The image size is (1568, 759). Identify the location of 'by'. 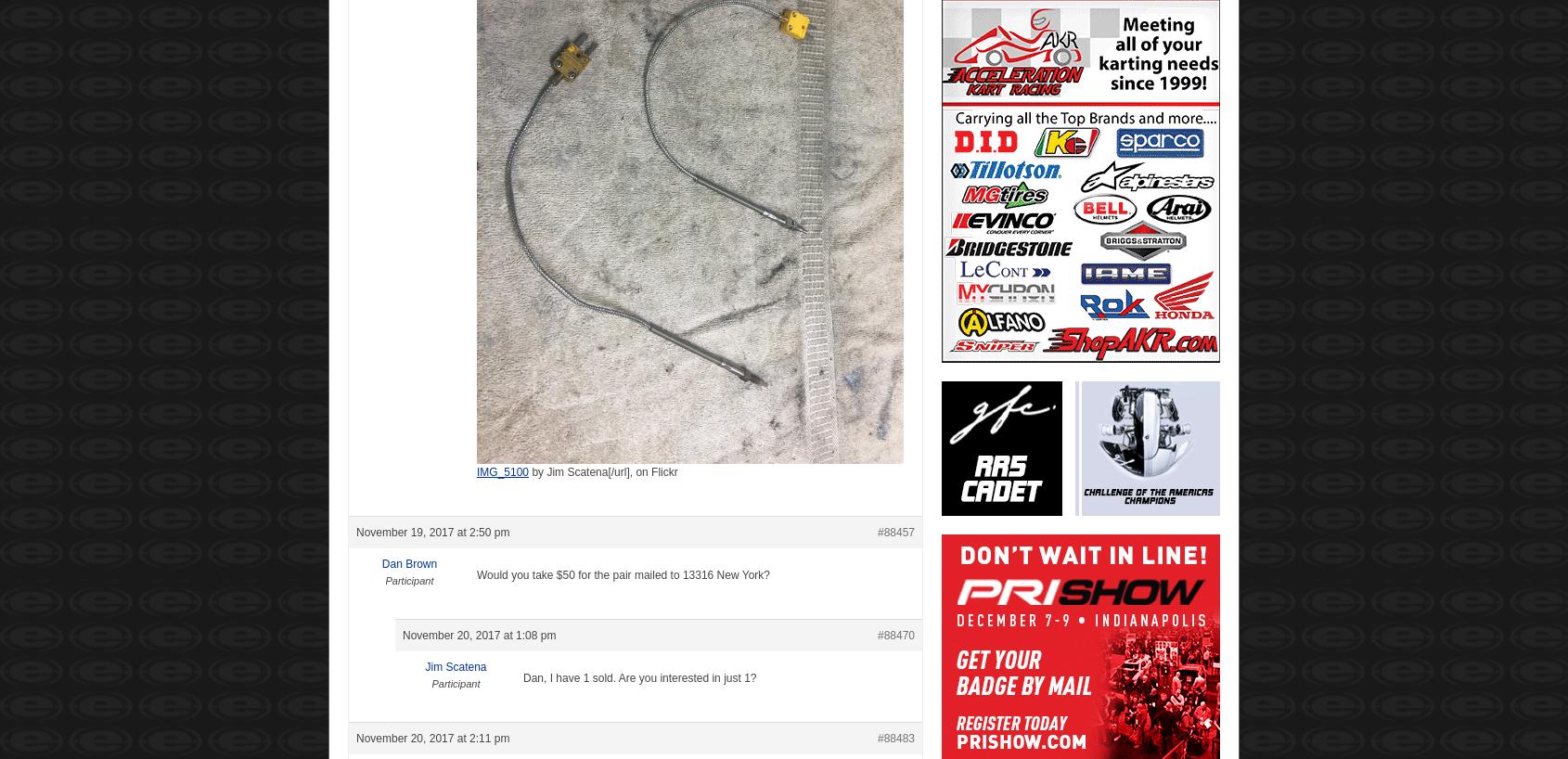
(528, 470).